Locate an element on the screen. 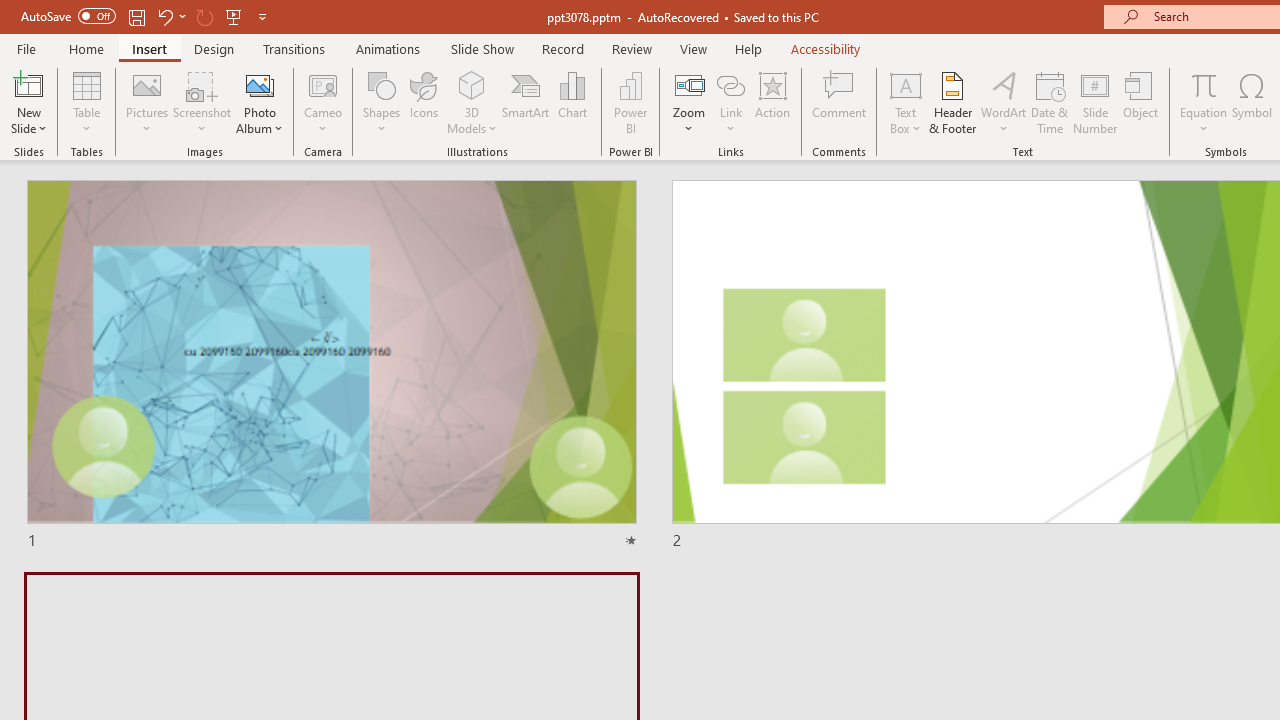  'WordArt' is located at coordinates (1004, 103).